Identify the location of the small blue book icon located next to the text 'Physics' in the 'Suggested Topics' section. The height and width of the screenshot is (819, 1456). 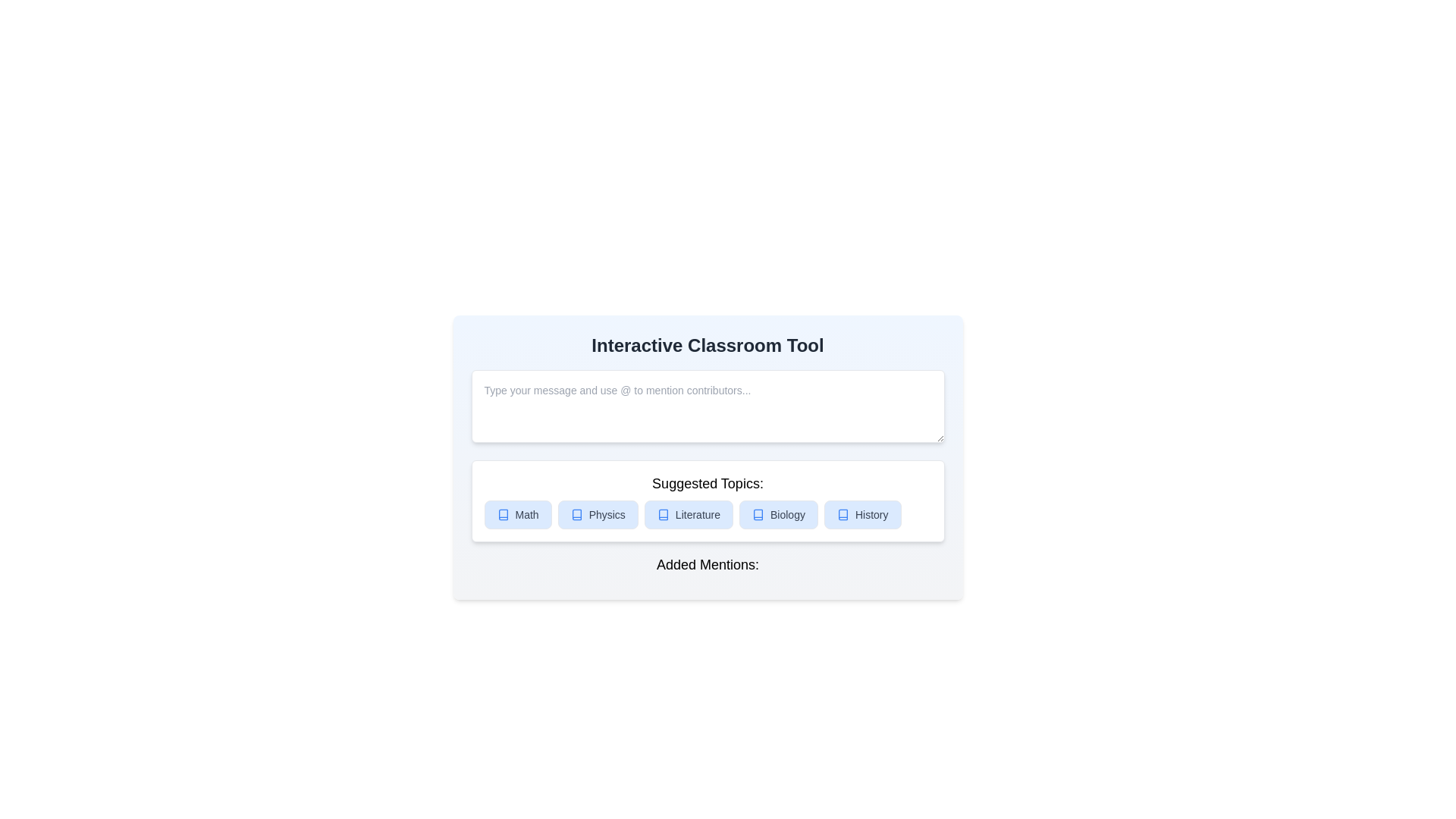
(576, 513).